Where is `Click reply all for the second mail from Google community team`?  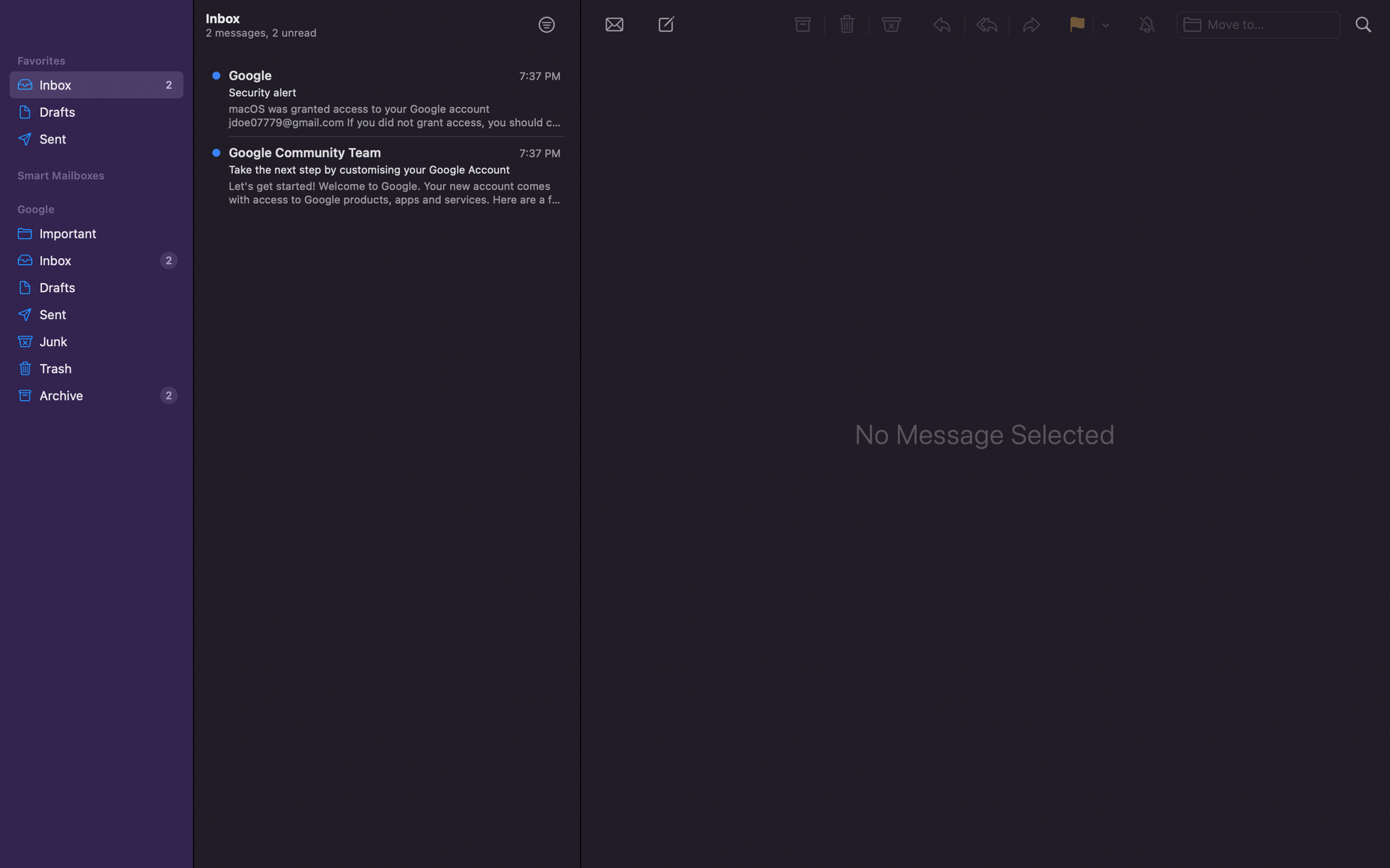 Click reply all for the second mail from Google community team is located at coordinates (388, 177).